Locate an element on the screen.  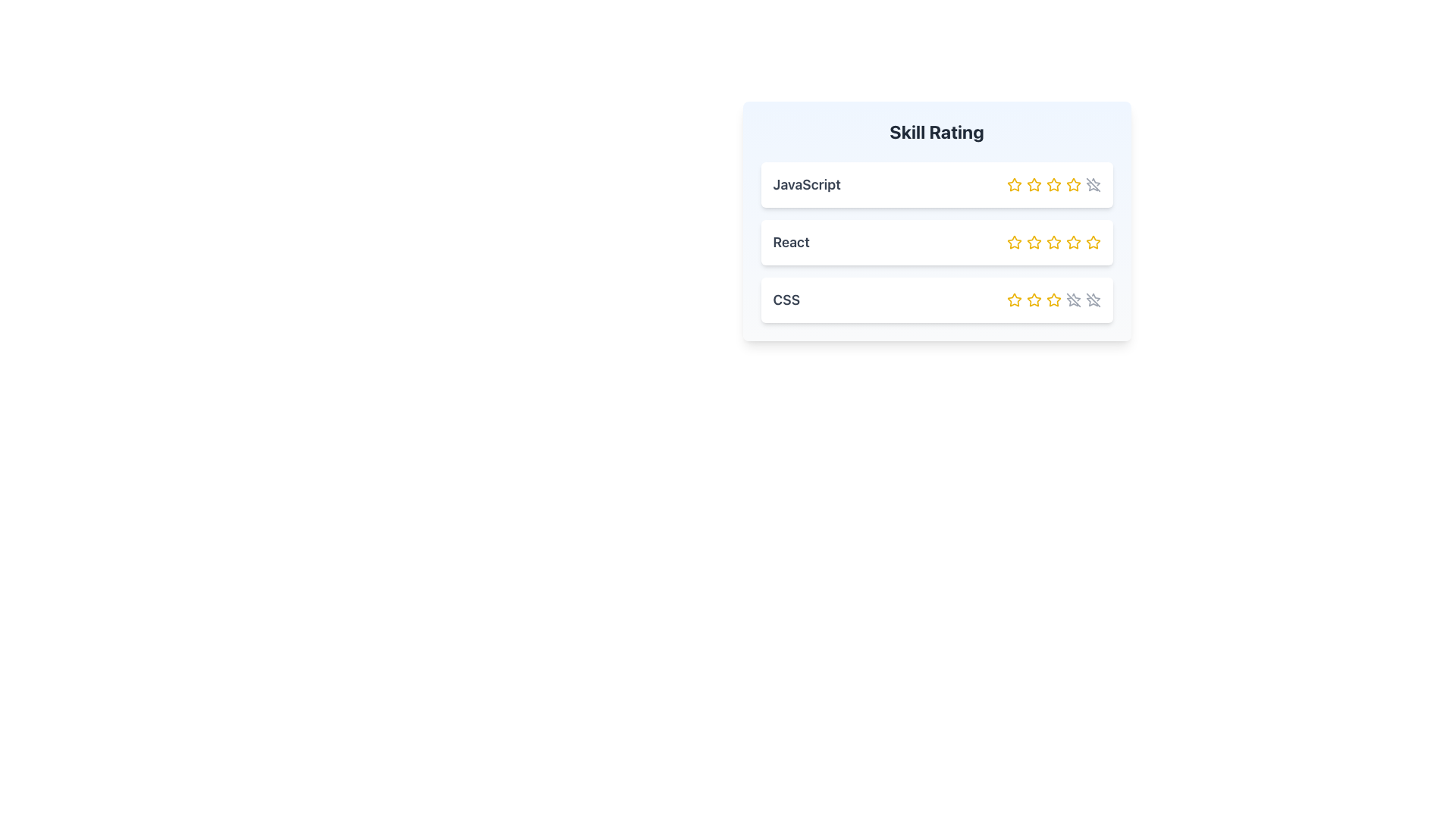
the fifth gold star icon is located at coordinates (1092, 241).